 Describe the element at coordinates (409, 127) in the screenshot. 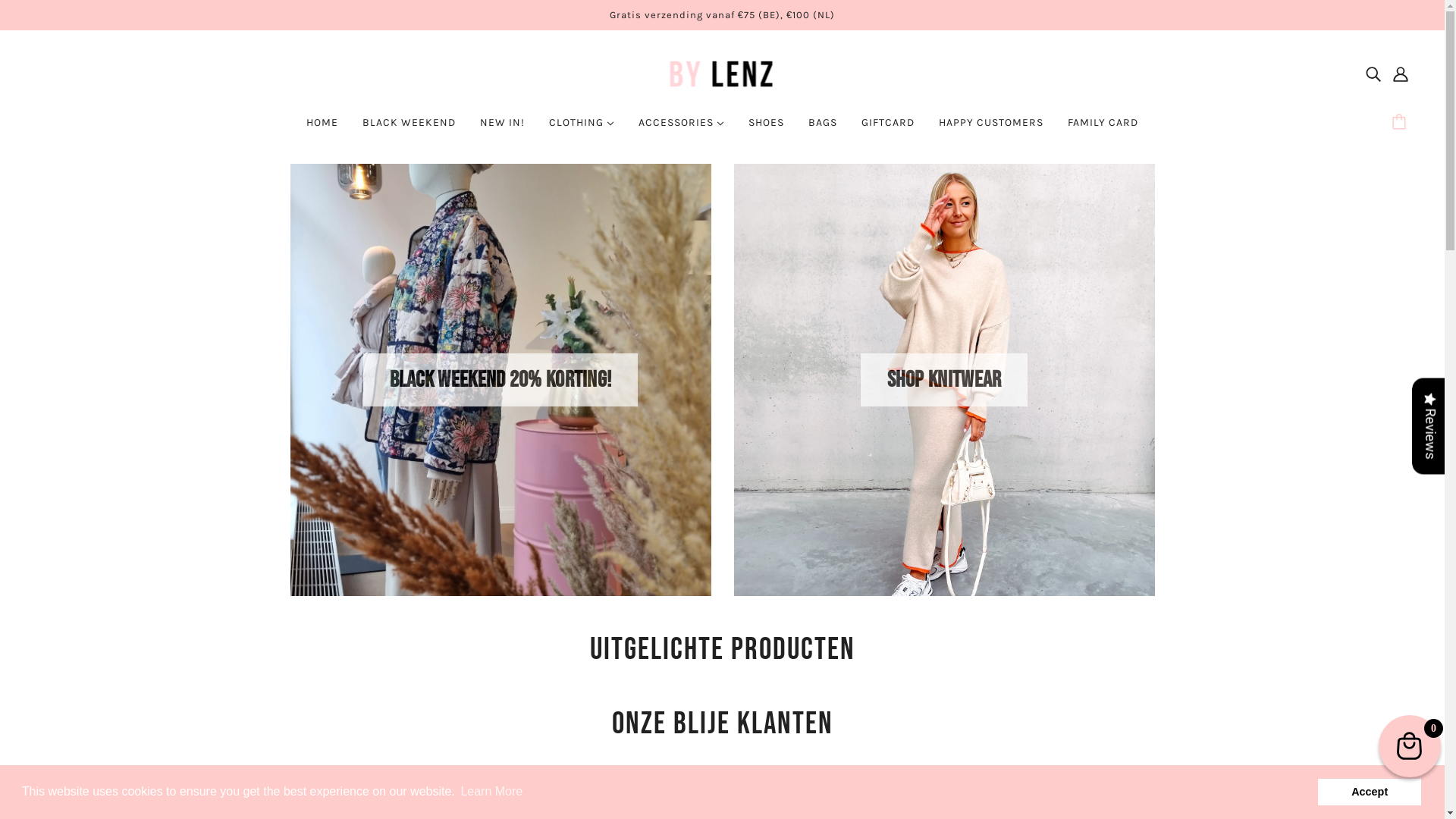

I see `'BLACK WEEKEND'` at that location.